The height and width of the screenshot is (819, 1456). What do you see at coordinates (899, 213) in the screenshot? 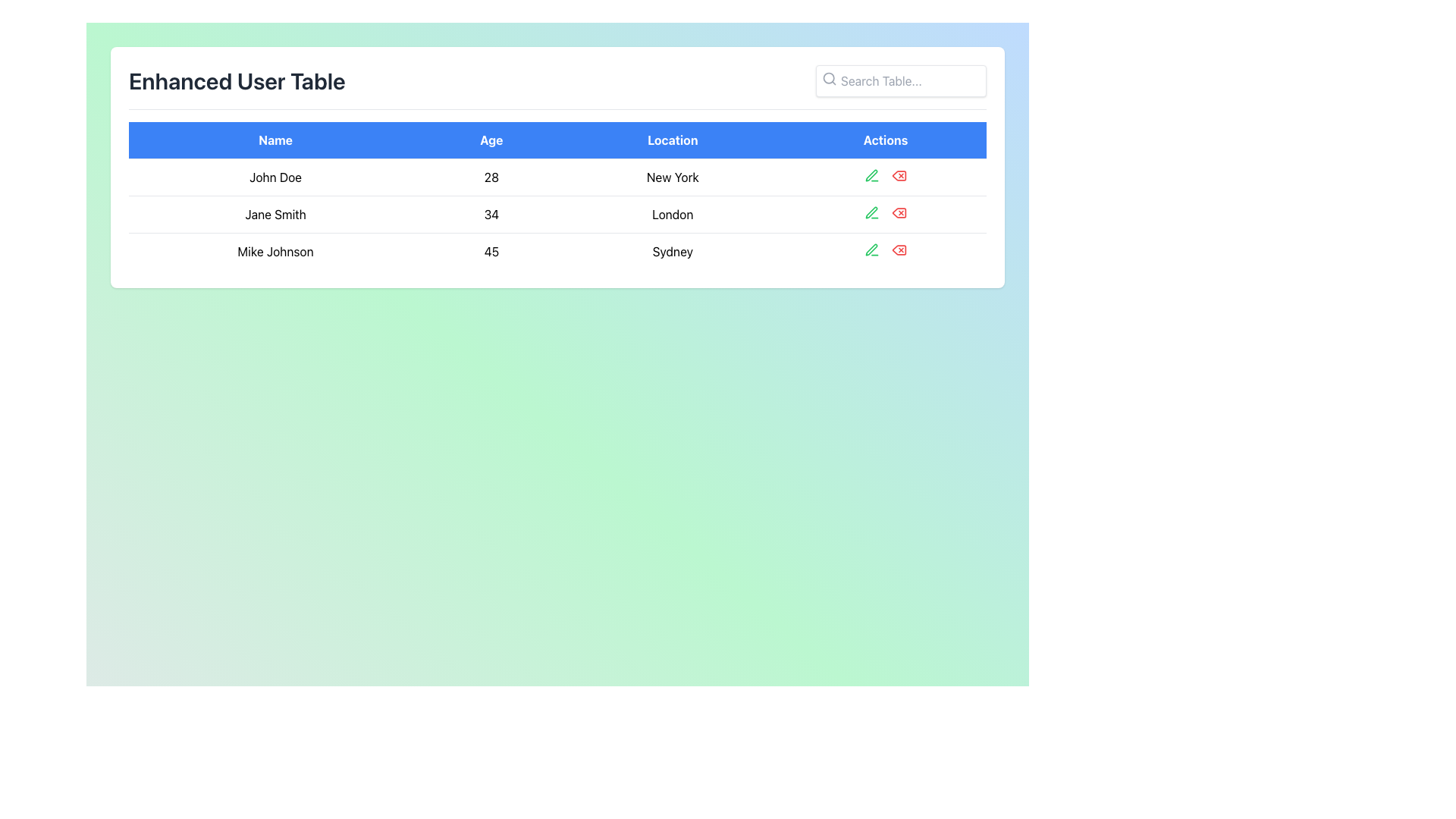
I see `the red trash can icon in the 'Actions' column, located in the same row as 'London'` at bounding box center [899, 213].